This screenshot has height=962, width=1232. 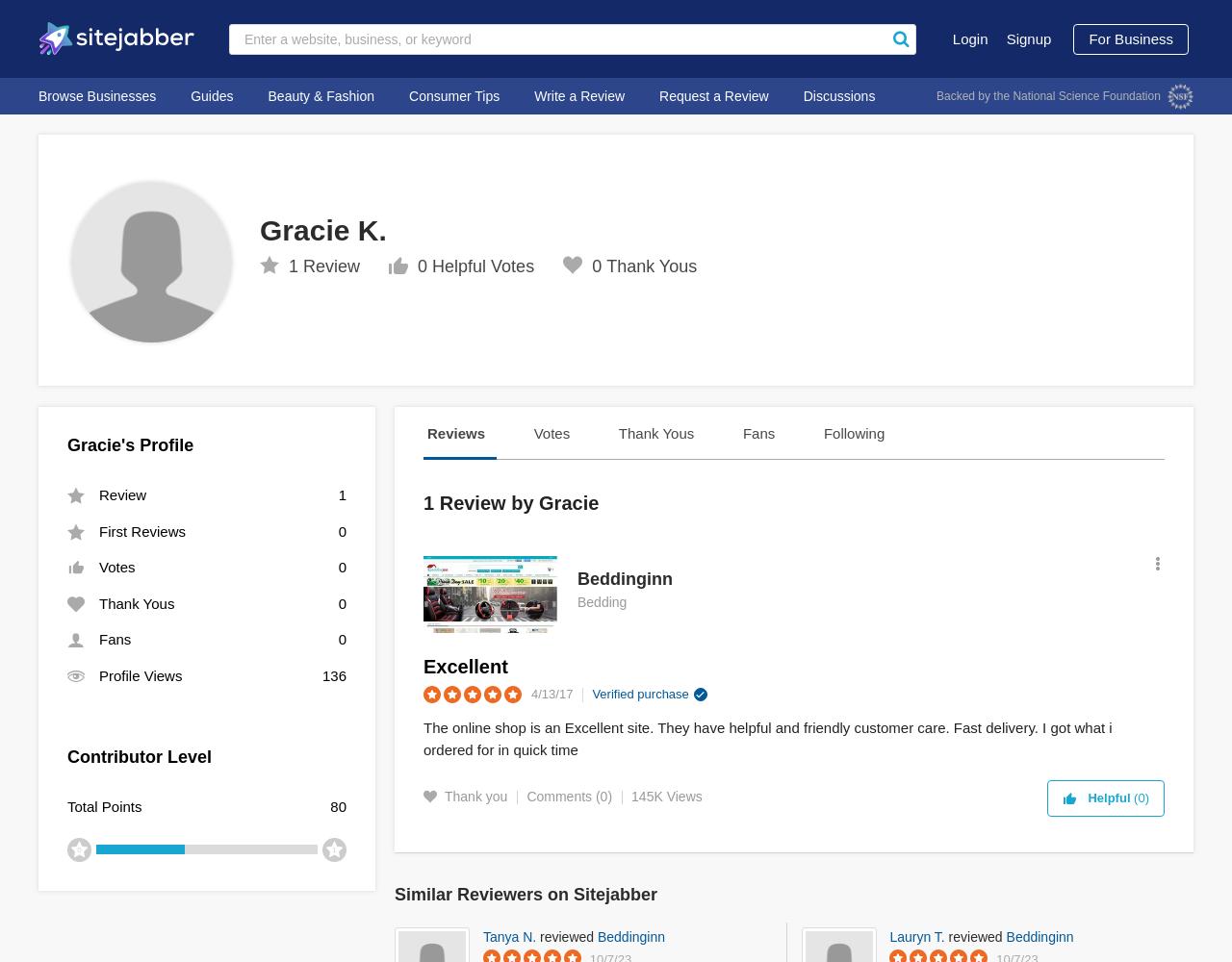 I want to click on 'Similar Reviewers on Sitejabber', so click(x=526, y=895).